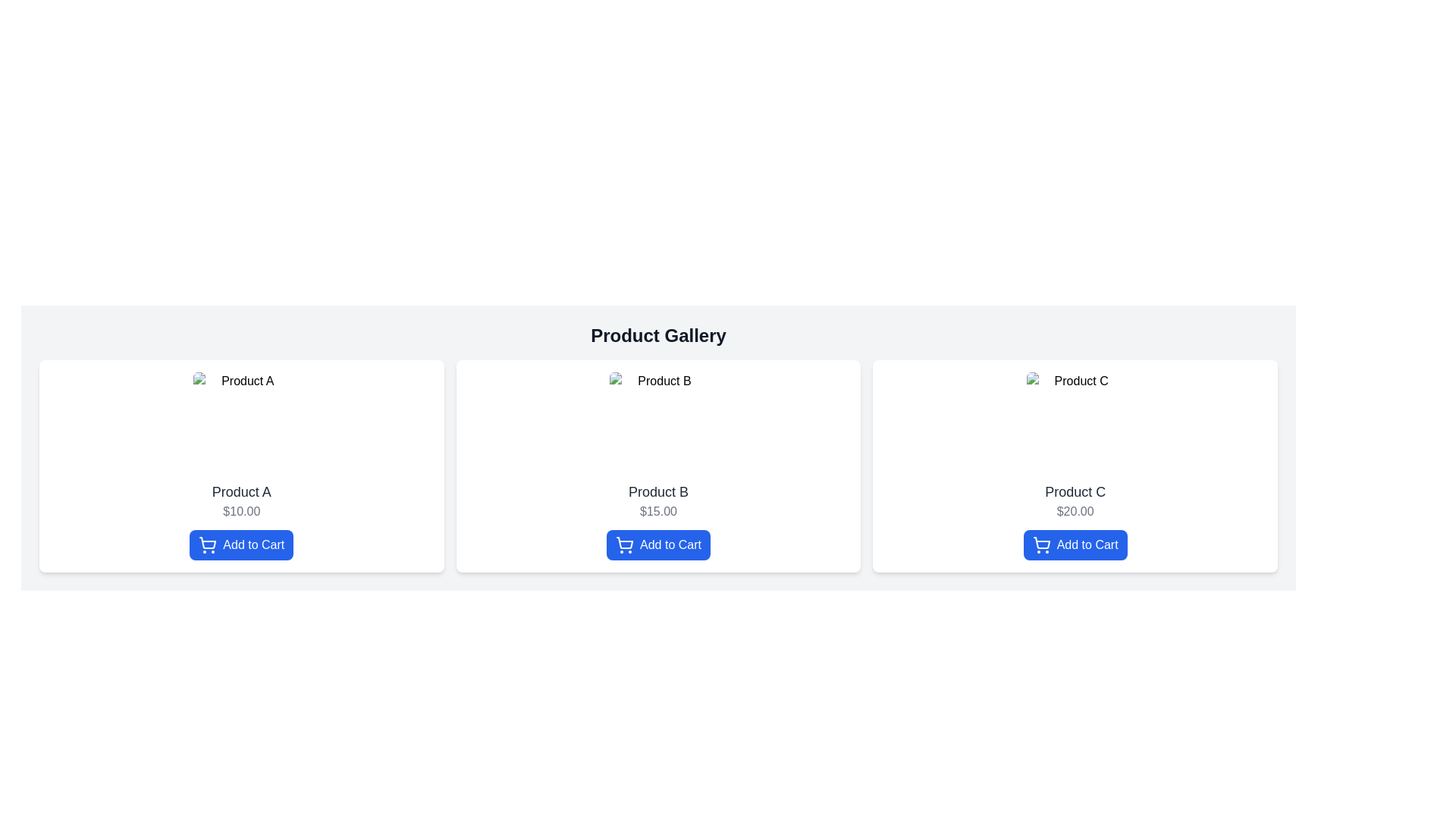  What do you see at coordinates (1075, 544) in the screenshot?
I see `the 'Add to Cart' button with a blue background and white text, located in the bottom section of the 'Product C $20.00' card, which is the third button in the sequence` at bounding box center [1075, 544].